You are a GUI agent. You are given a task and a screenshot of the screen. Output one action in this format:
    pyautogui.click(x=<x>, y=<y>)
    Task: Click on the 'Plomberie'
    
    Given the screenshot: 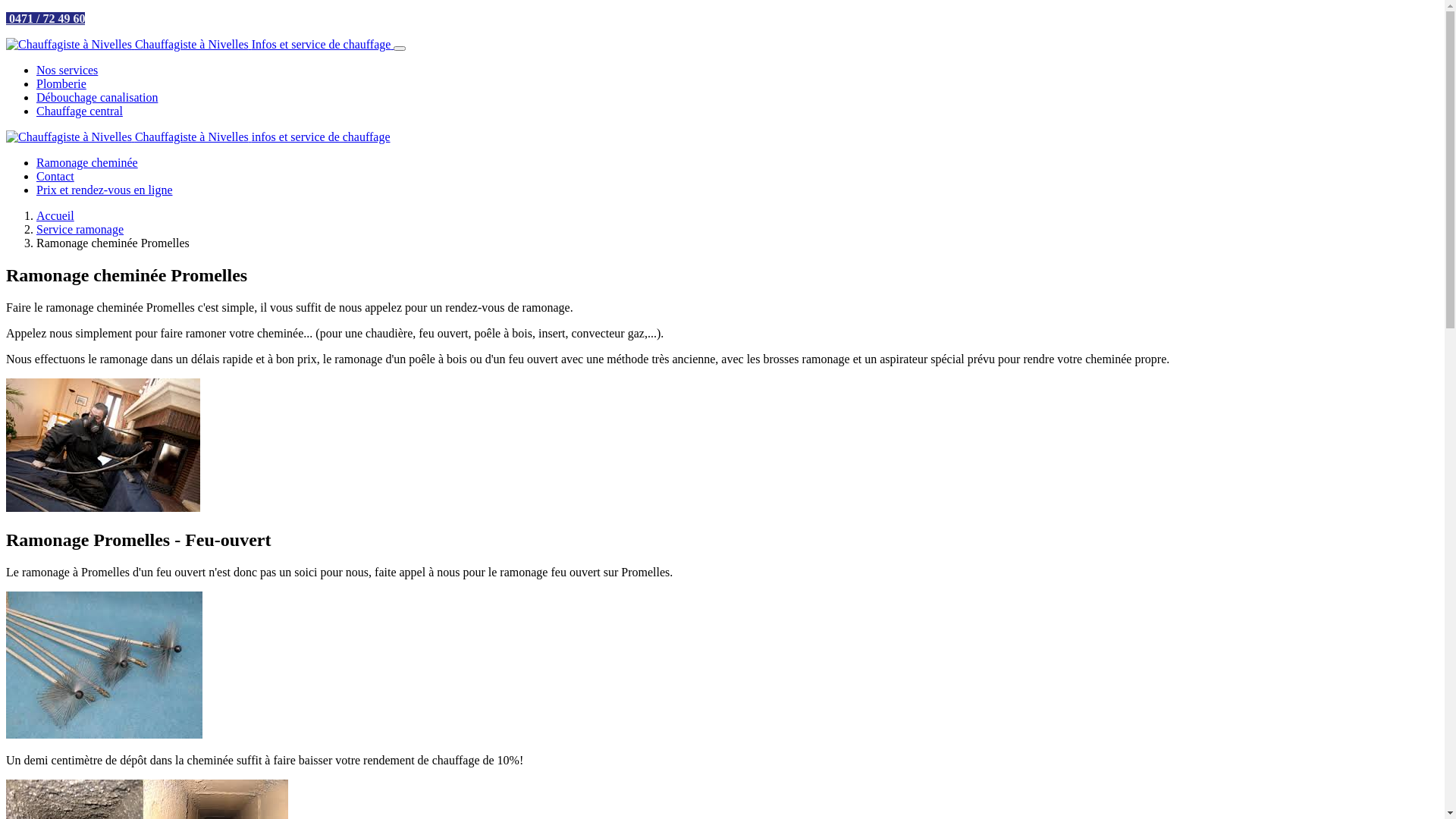 What is the action you would take?
    pyautogui.click(x=61, y=83)
    